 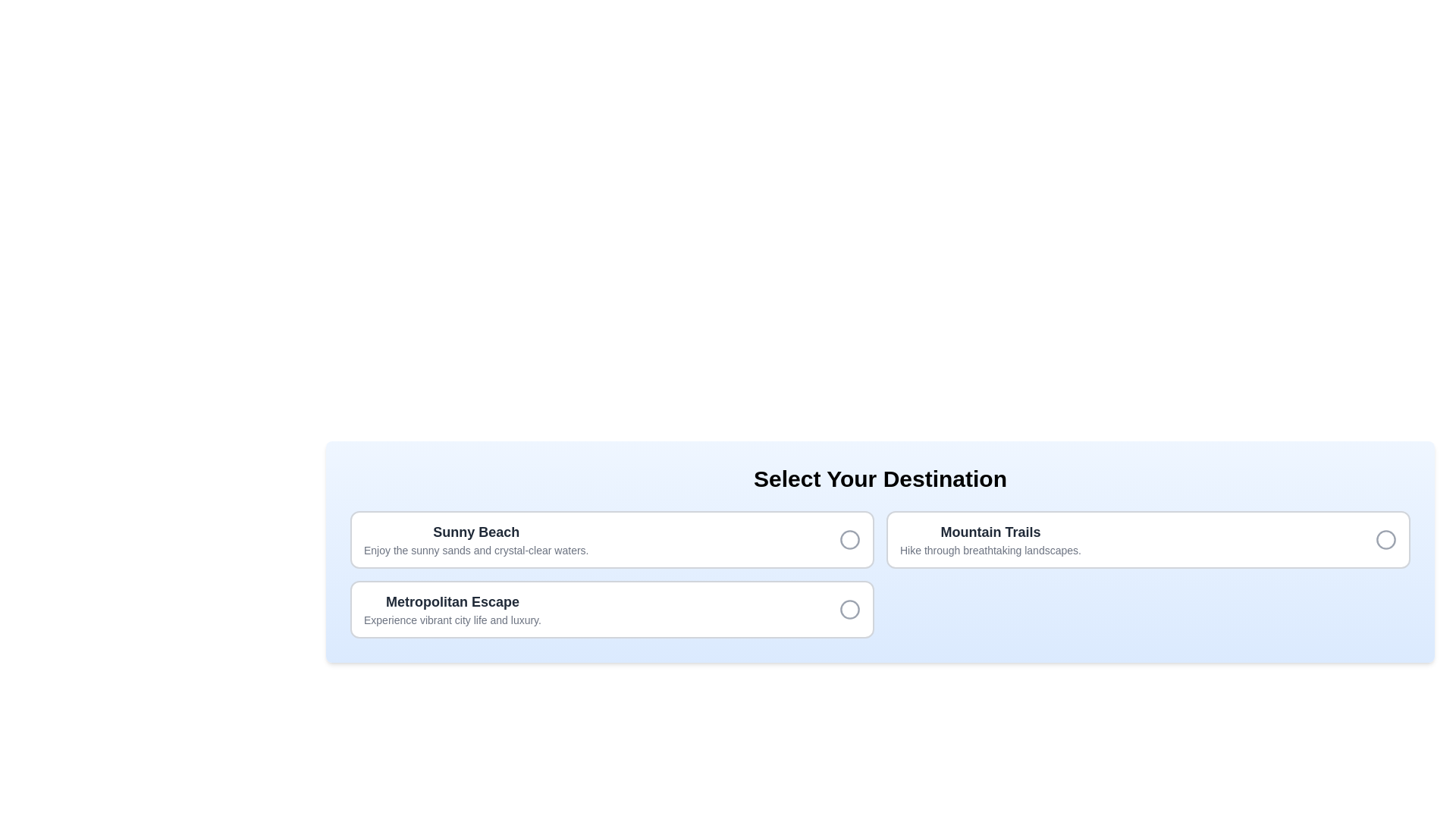 What do you see at coordinates (475, 550) in the screenshot?
I see `description text label that contains 'Enjoy the sunny sands and crystal-clear waters.', which is styled in a smaller, gray font and located below the heading 'Sunny Beach'` at bounding box center [475, 550].